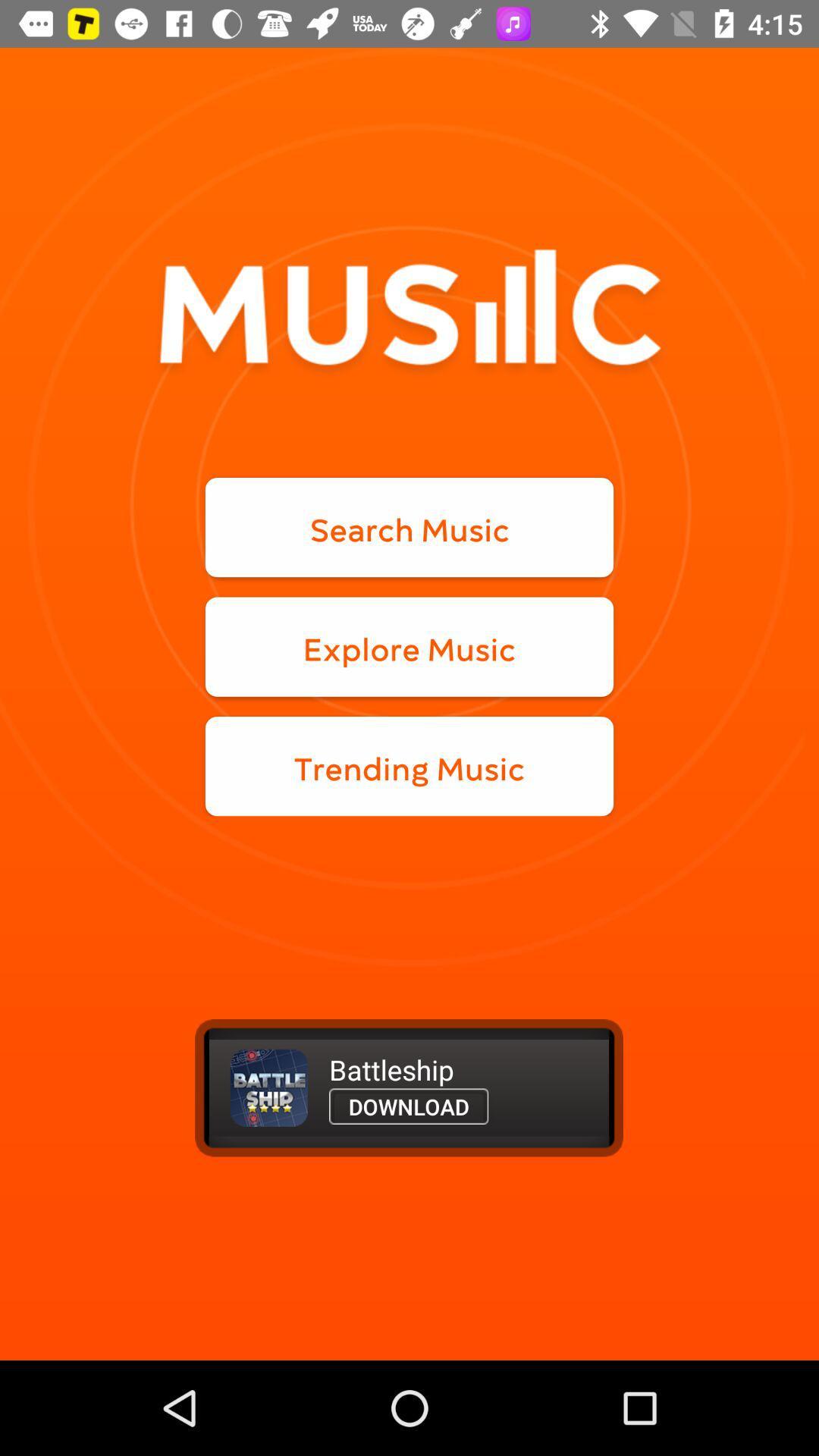 This screenshot has height=1456, width=819. I want to click on the search music, so click(409, 527).